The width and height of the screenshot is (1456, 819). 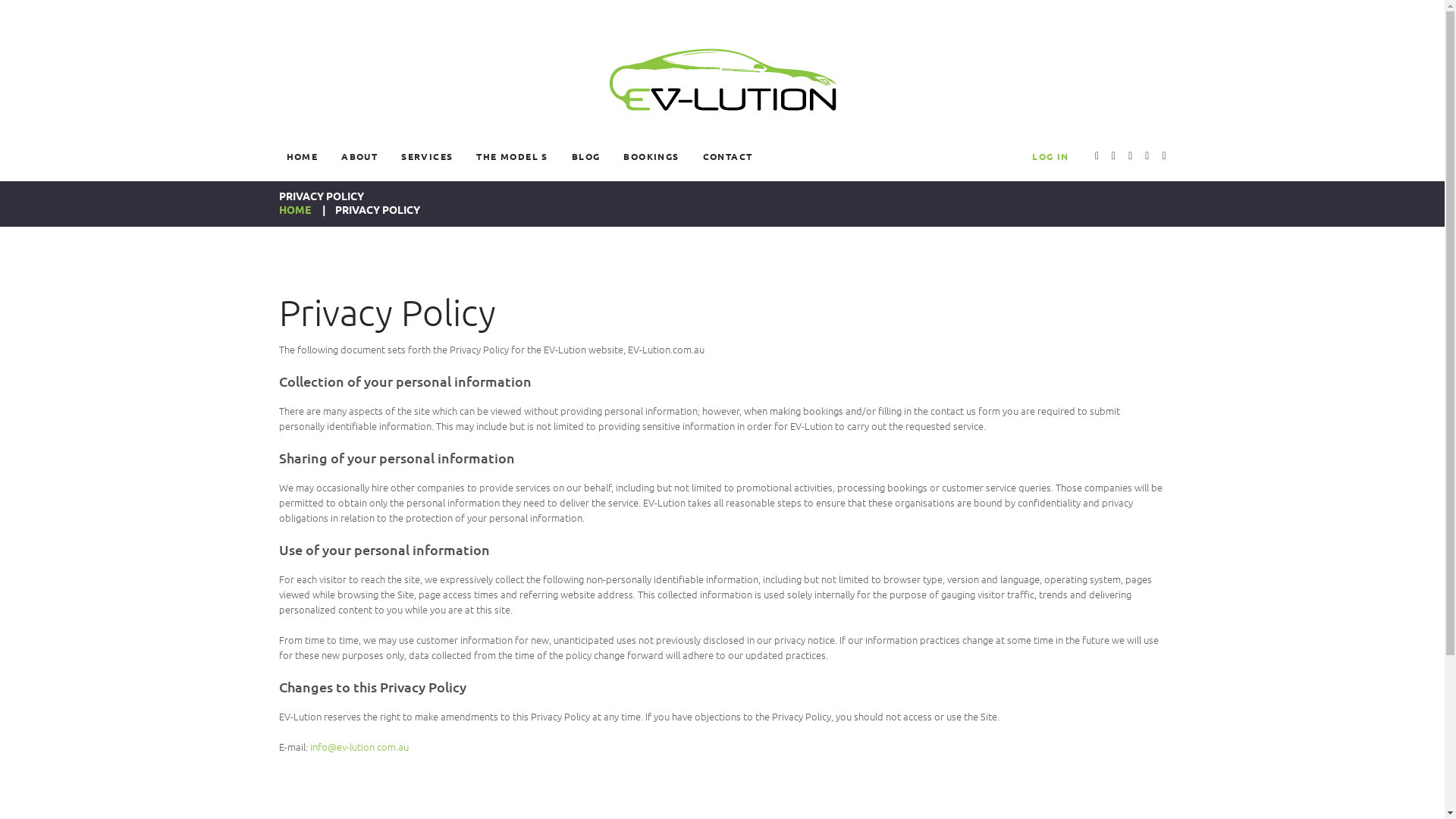 I want to click on 'THE MODEL S', so click(x=512, y=155).